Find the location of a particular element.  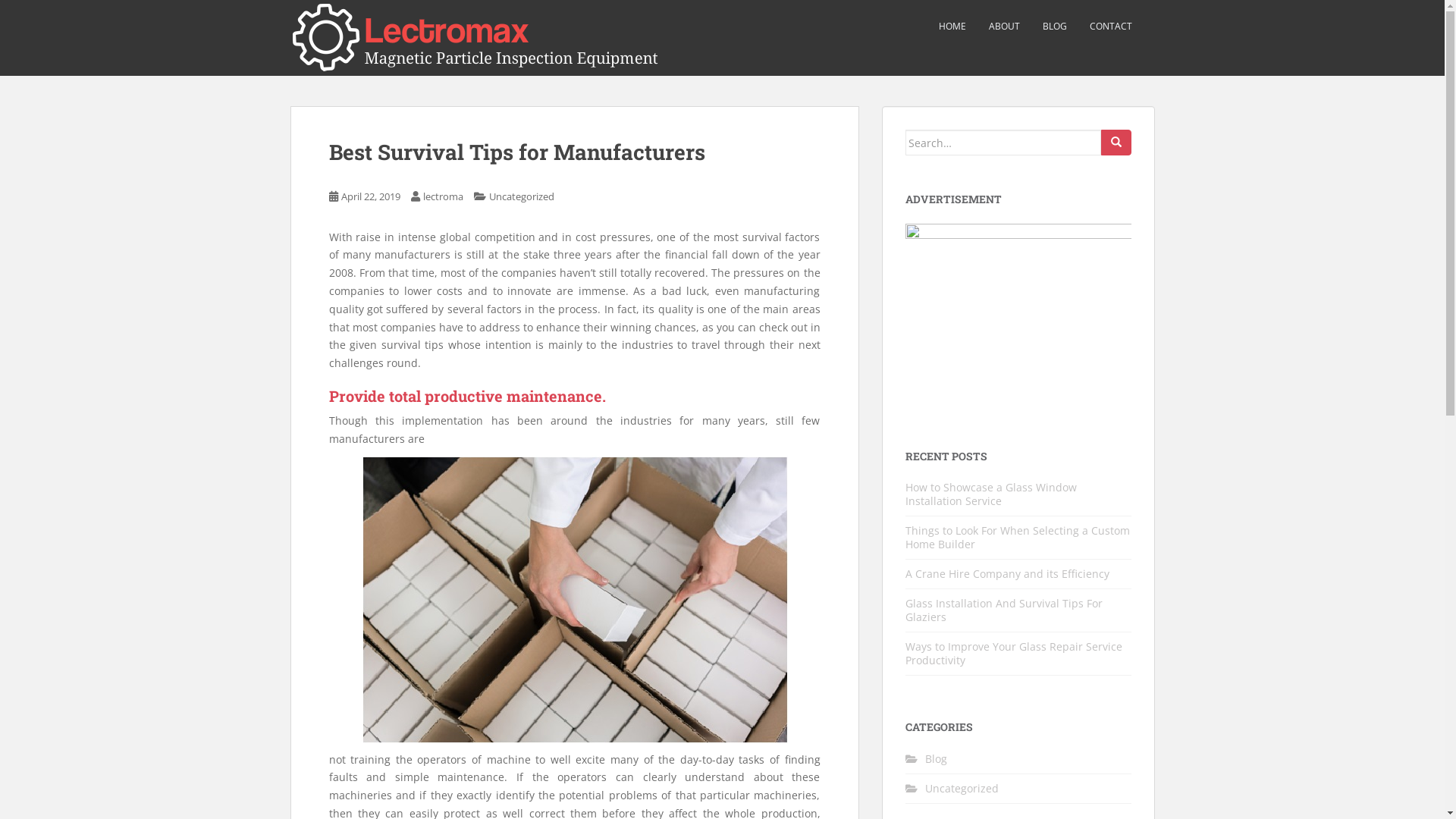

'A Crane Hire Company and its Efficiency' is located at coordinates (1007, 573).